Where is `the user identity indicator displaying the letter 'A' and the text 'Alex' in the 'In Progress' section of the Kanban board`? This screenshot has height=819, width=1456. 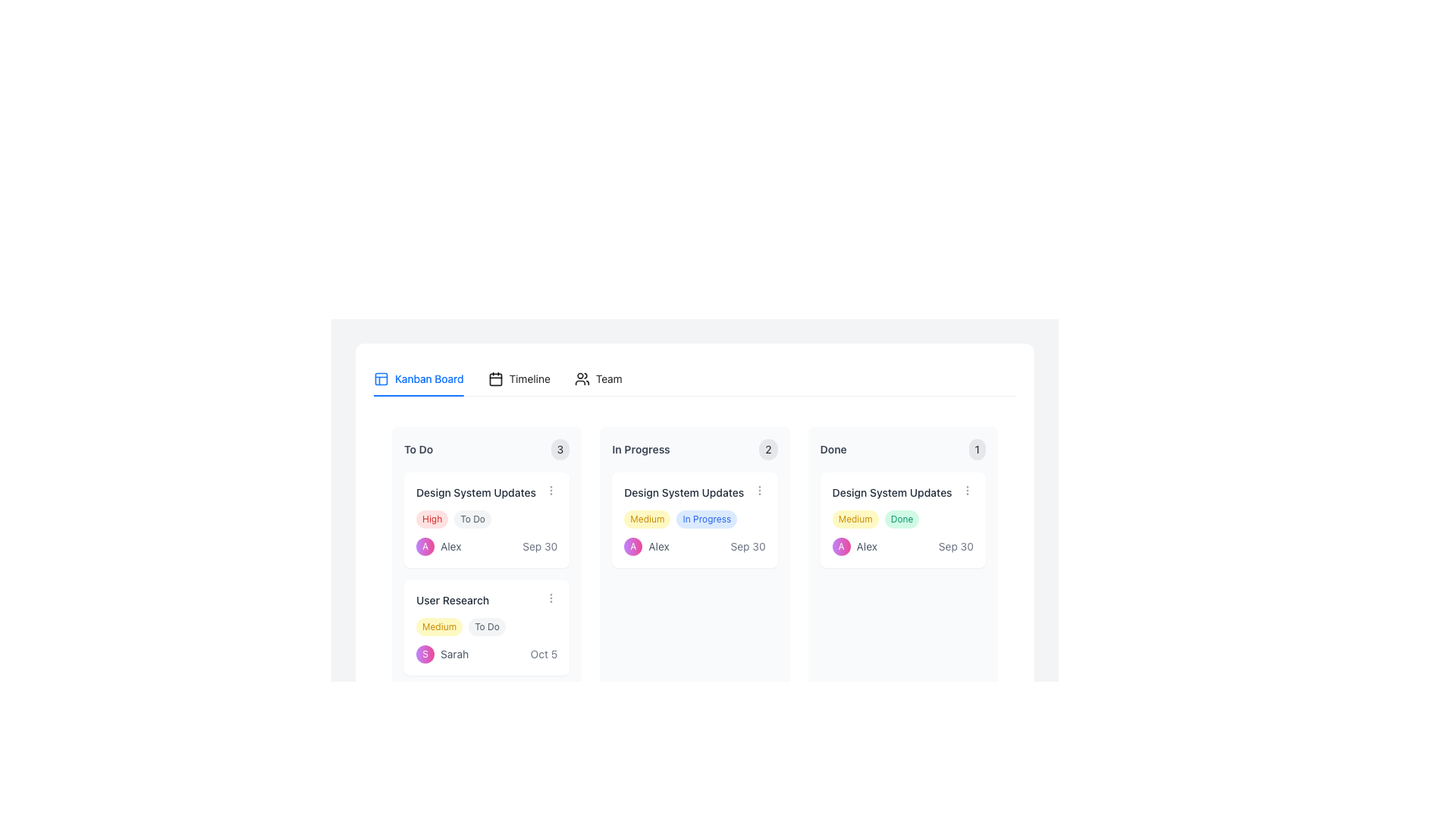
the user identity indicator displaying the letter 'A' and the text 'Alex' in the 'In Progress' section of the Kanban board is located at coordinates (647, 547).